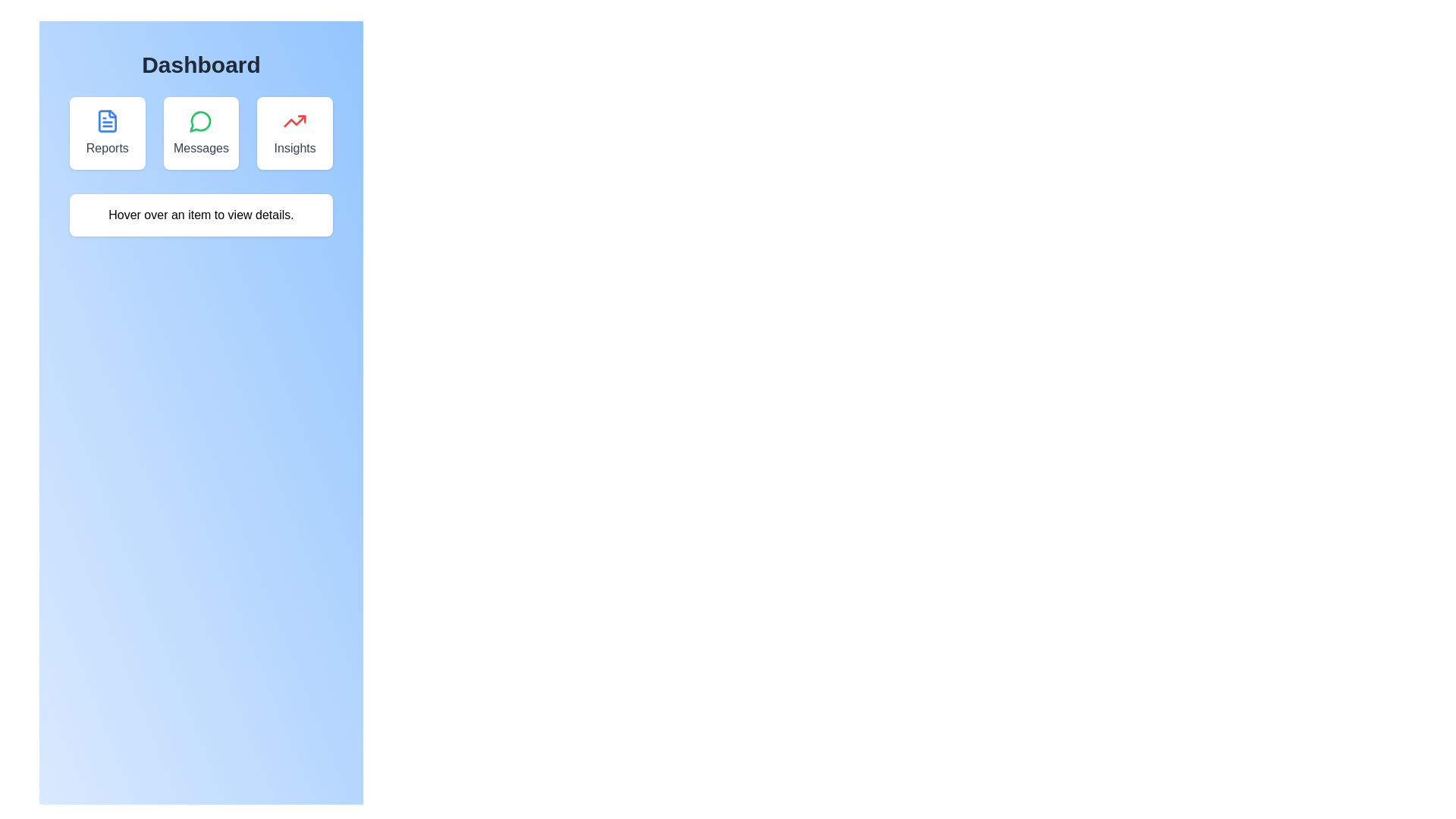 Image resolution: width=1456 pixels, height=819 pixels. What do you see at coordinates (295, 149) in the screenshot?
I see `the text label that describes the 'Insights' section, which is located beneath an upward-trending arrow icon in the third column of a three-column layout` at bounding box center [295, 149].